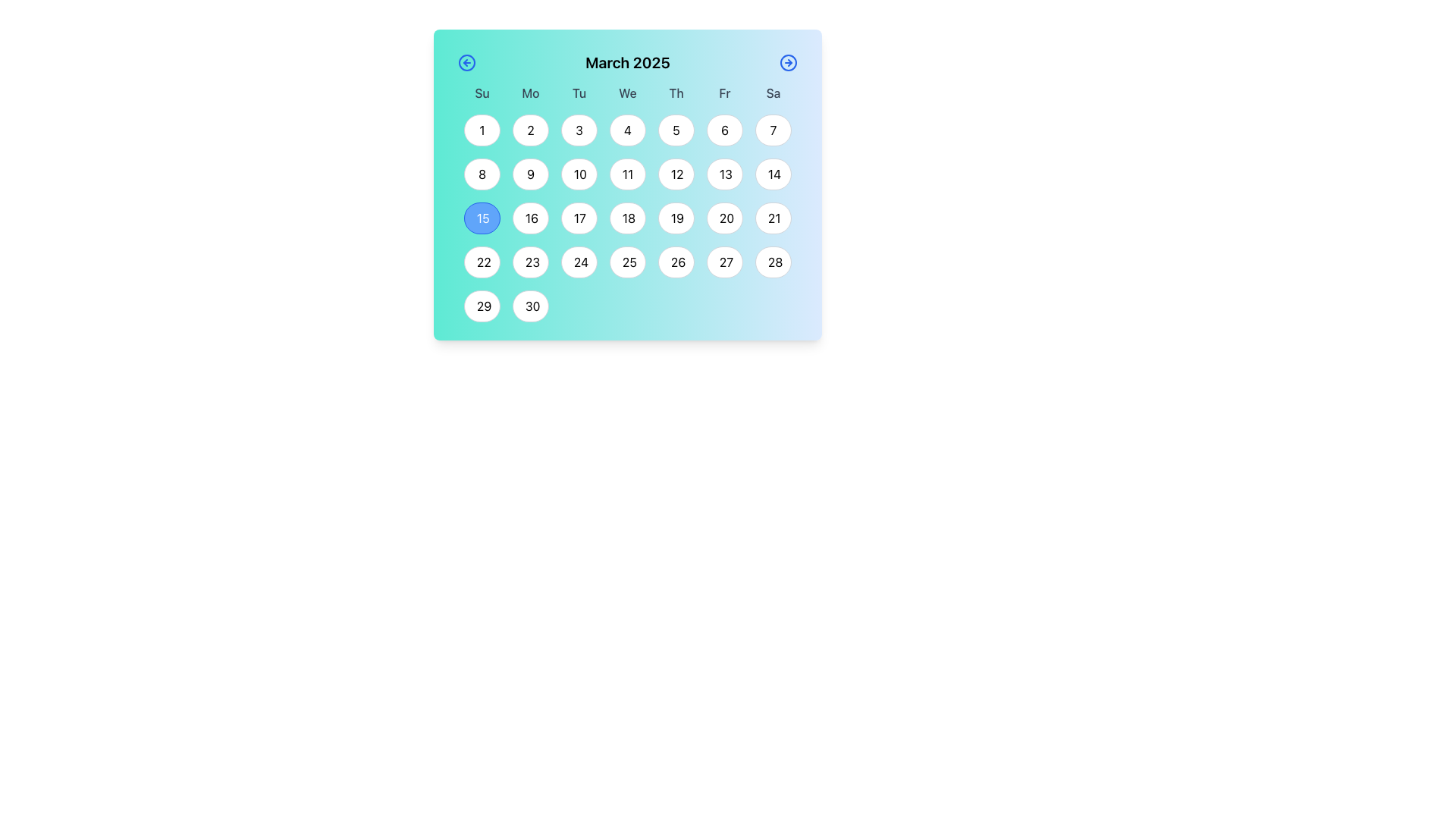 This screenshot has width=1456, height=819. Describe the element at coordinates (676, 130) in the screenshot. I see `the circular white button displaying the number '5' in the calendar UI` at that location.